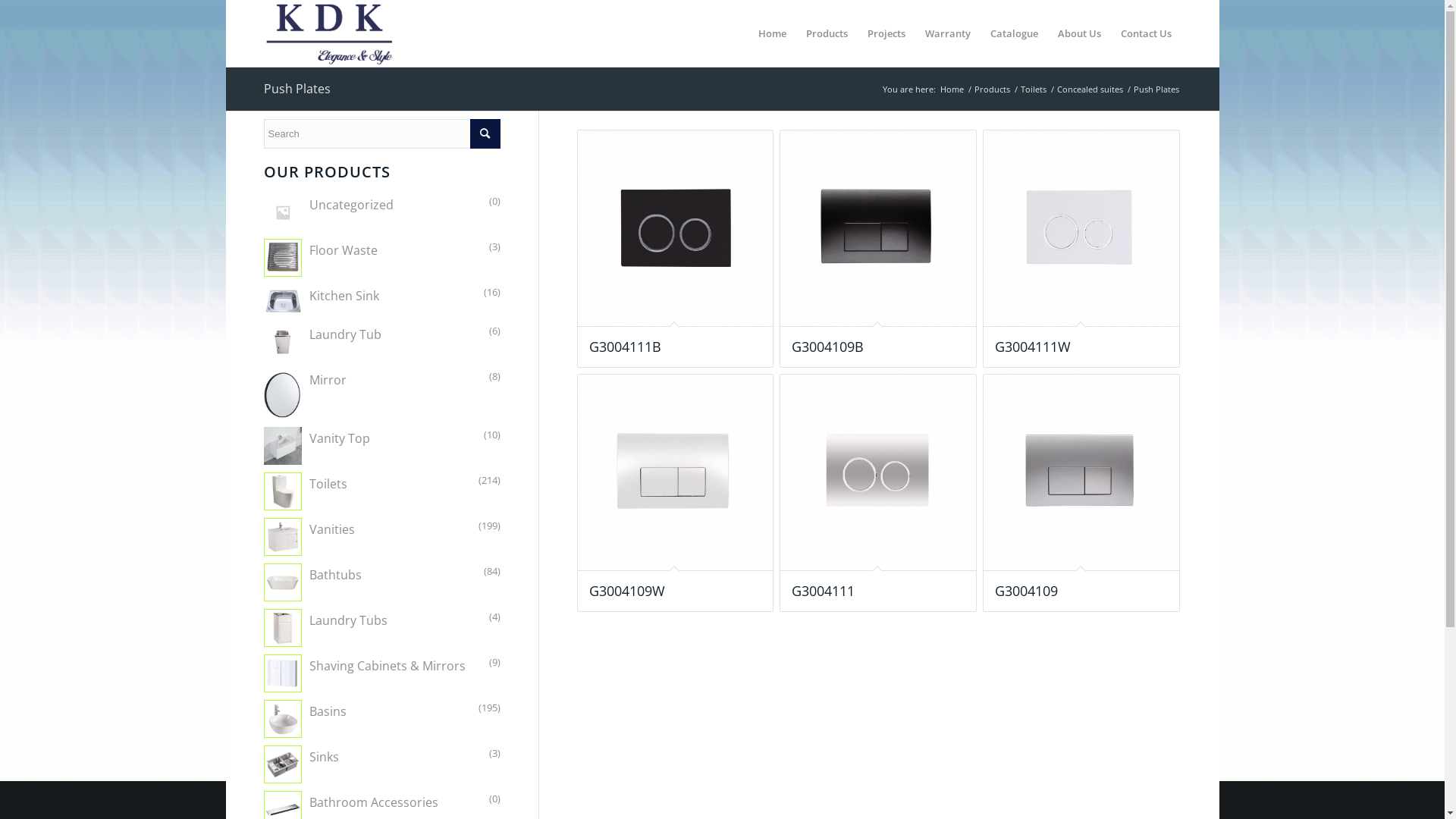 The height and width of the screenshot is (819, 1456). What do you see at coordinates (283, 581) in the screenshot?
I see `'Bathtubs'` at bounding box center [283, 581].